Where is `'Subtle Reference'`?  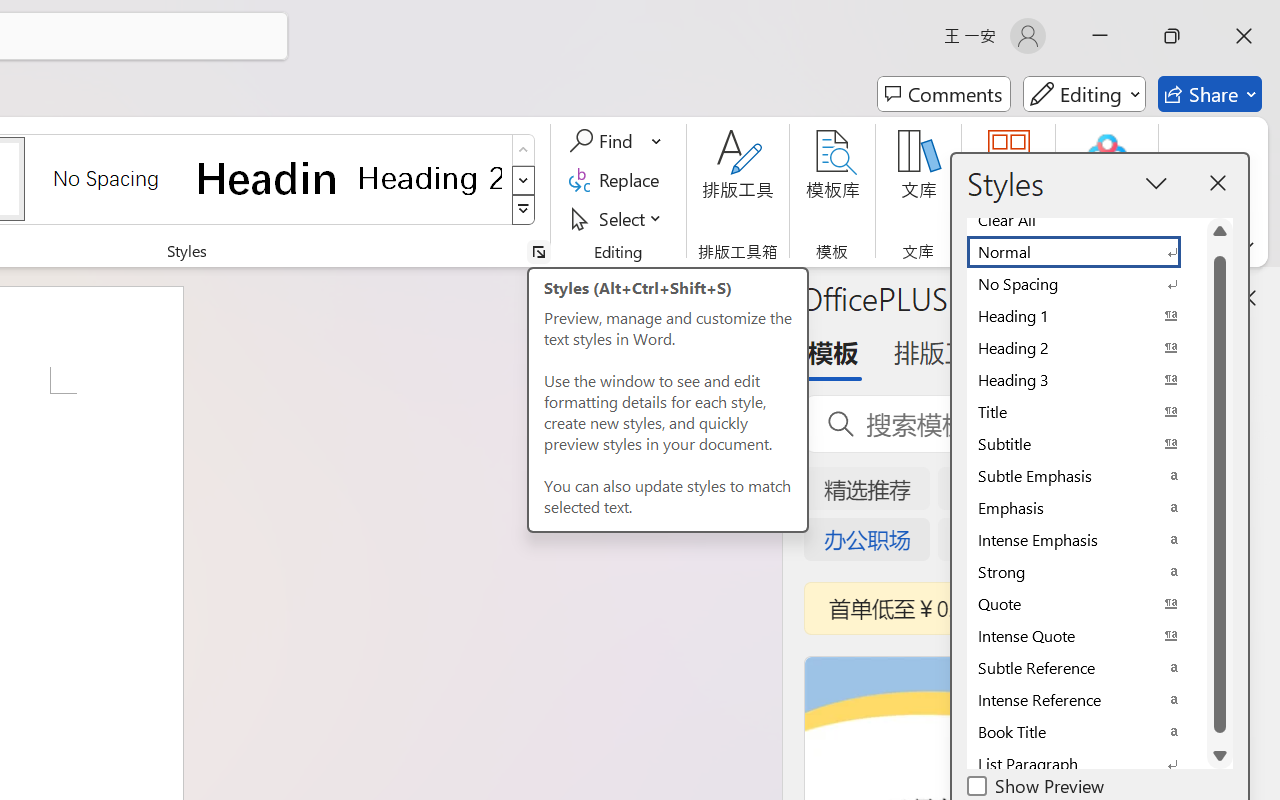 'Subtle Reference' is located at coordinates (1085, 668).